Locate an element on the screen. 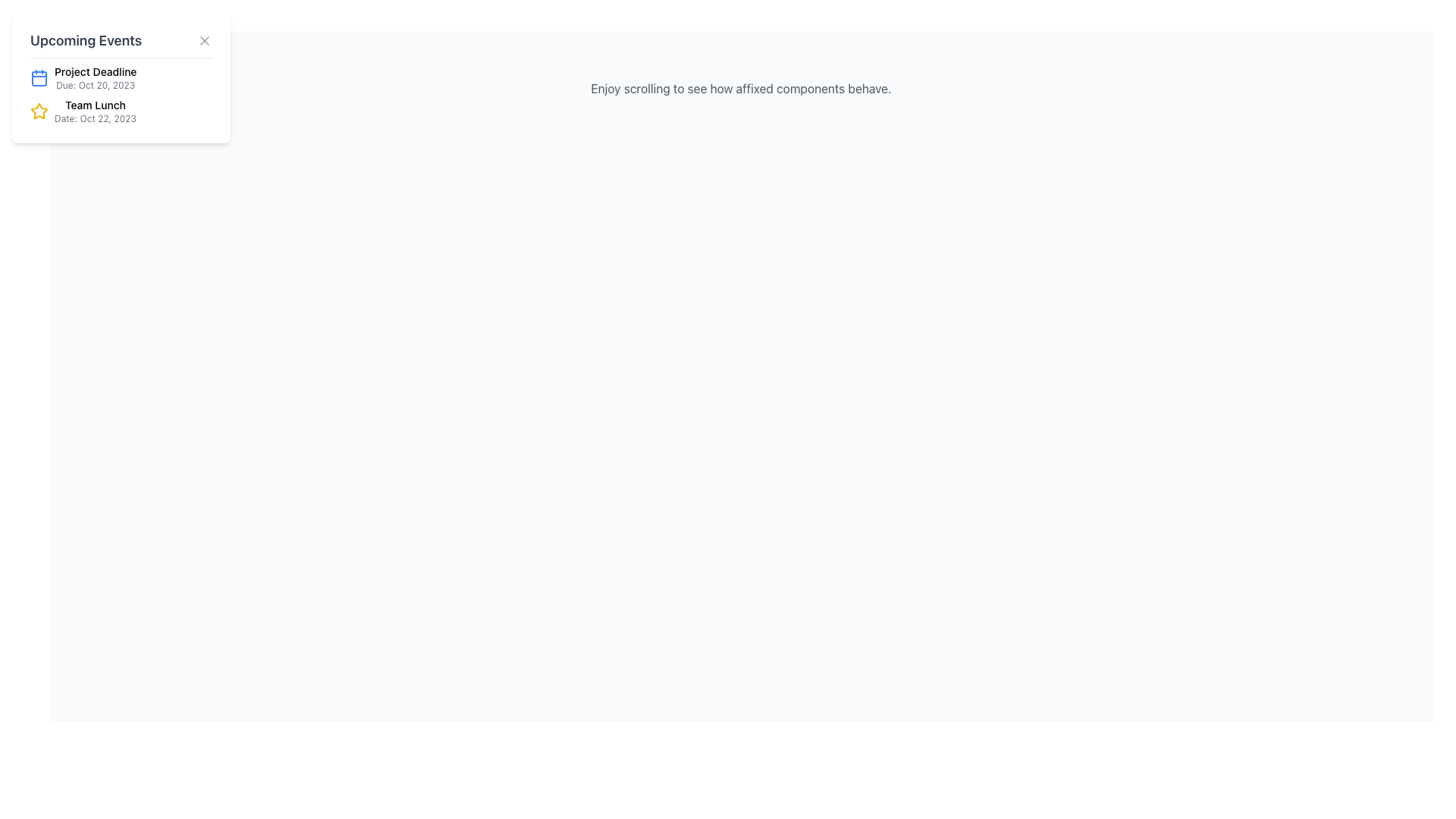 The width and height of the screenshot is (1456, 819). the yellow star icon with a hollow center, styled with a stroke outline, located in the 'Upcoming Events' section is located at coordinates (39, 110).